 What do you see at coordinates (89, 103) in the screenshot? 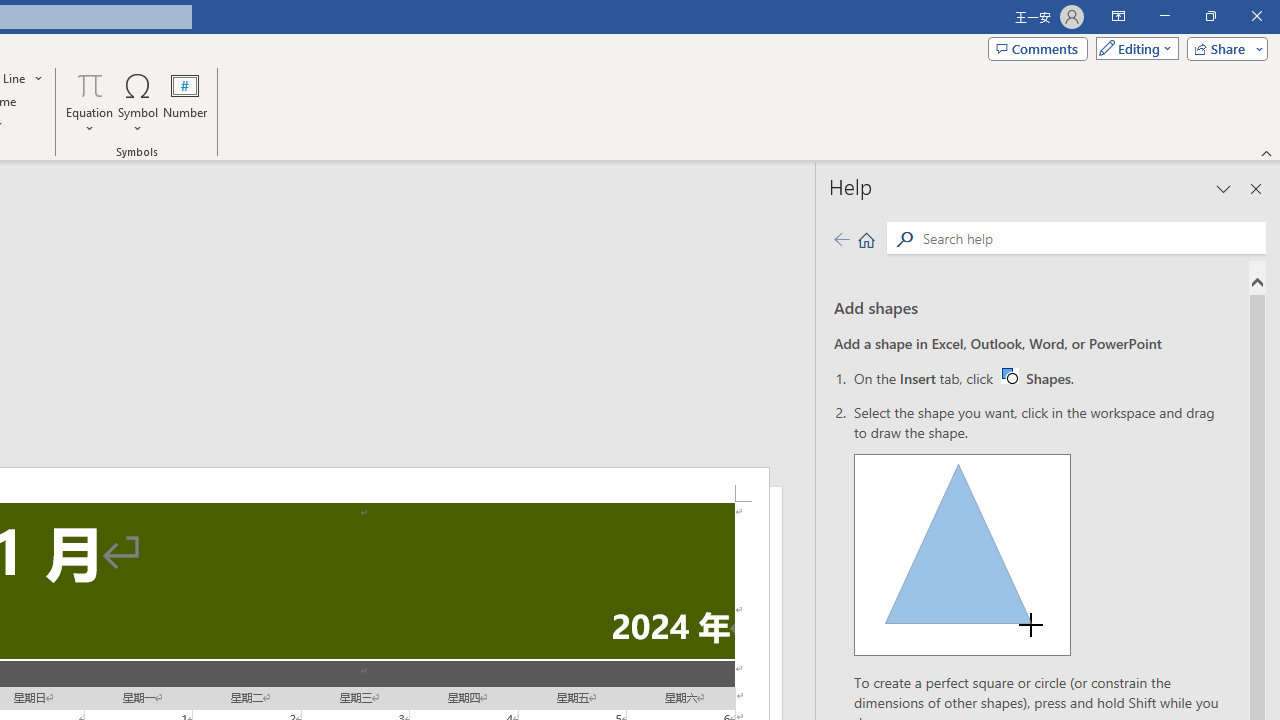
I see `'Equation'` at bounding box center [89, 103].